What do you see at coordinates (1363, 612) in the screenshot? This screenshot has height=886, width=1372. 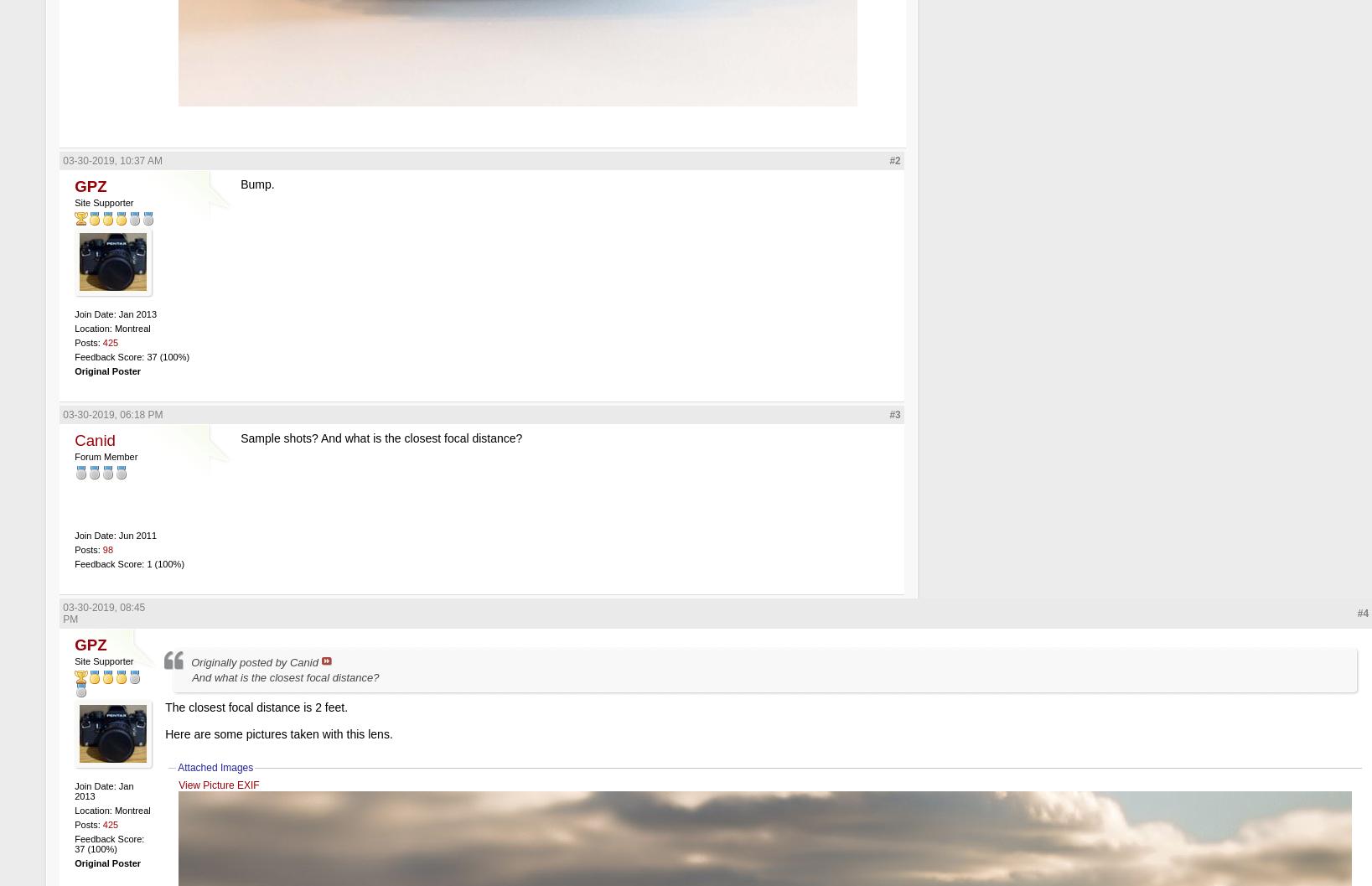 I see `'#4'` at bounding box center [1363, 612].